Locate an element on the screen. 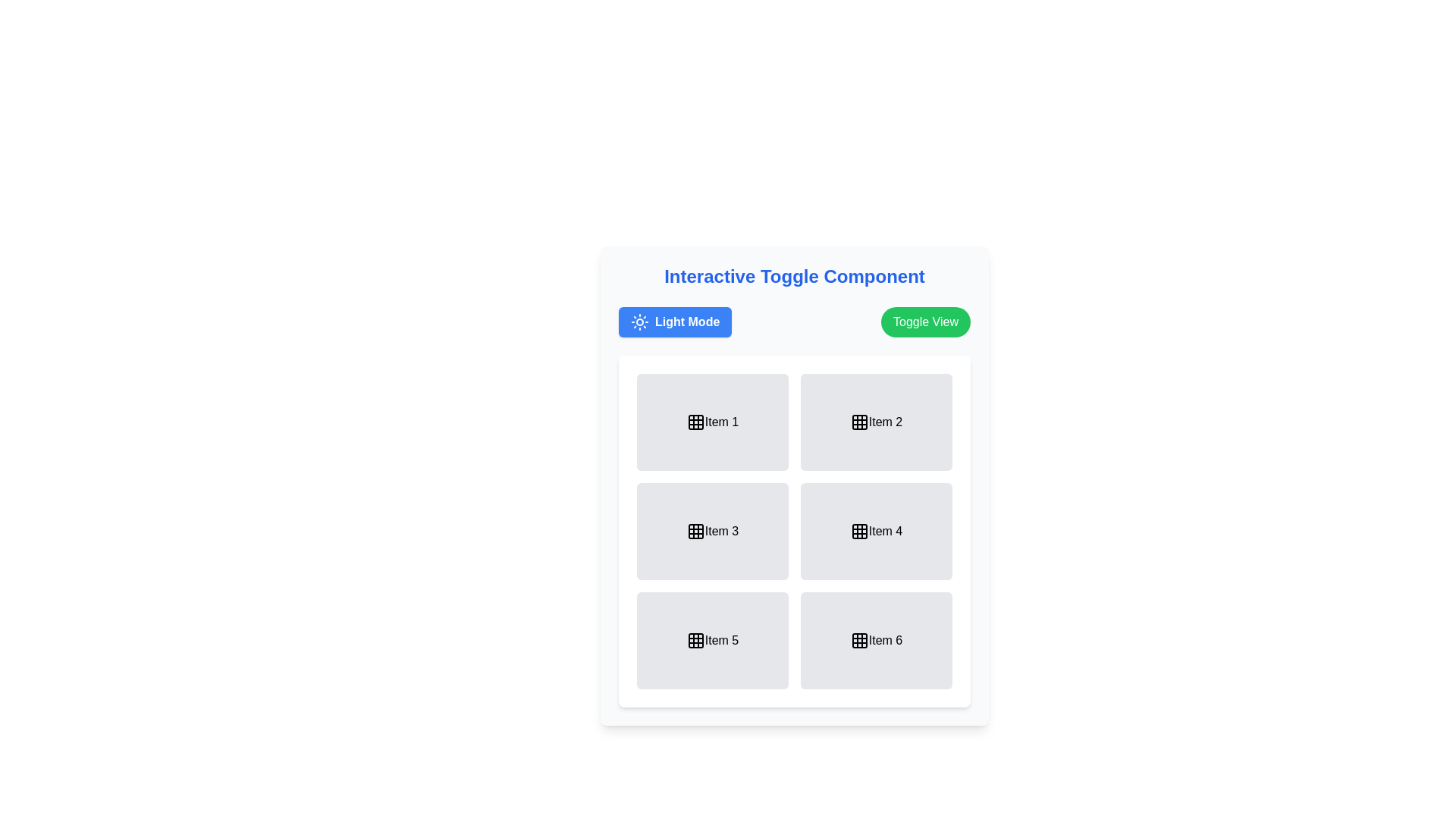  the rectangular grid item with a light gray background and rounded corners that contains the grid icon and the text 'Item 3' is located at coordinates (712, 531).